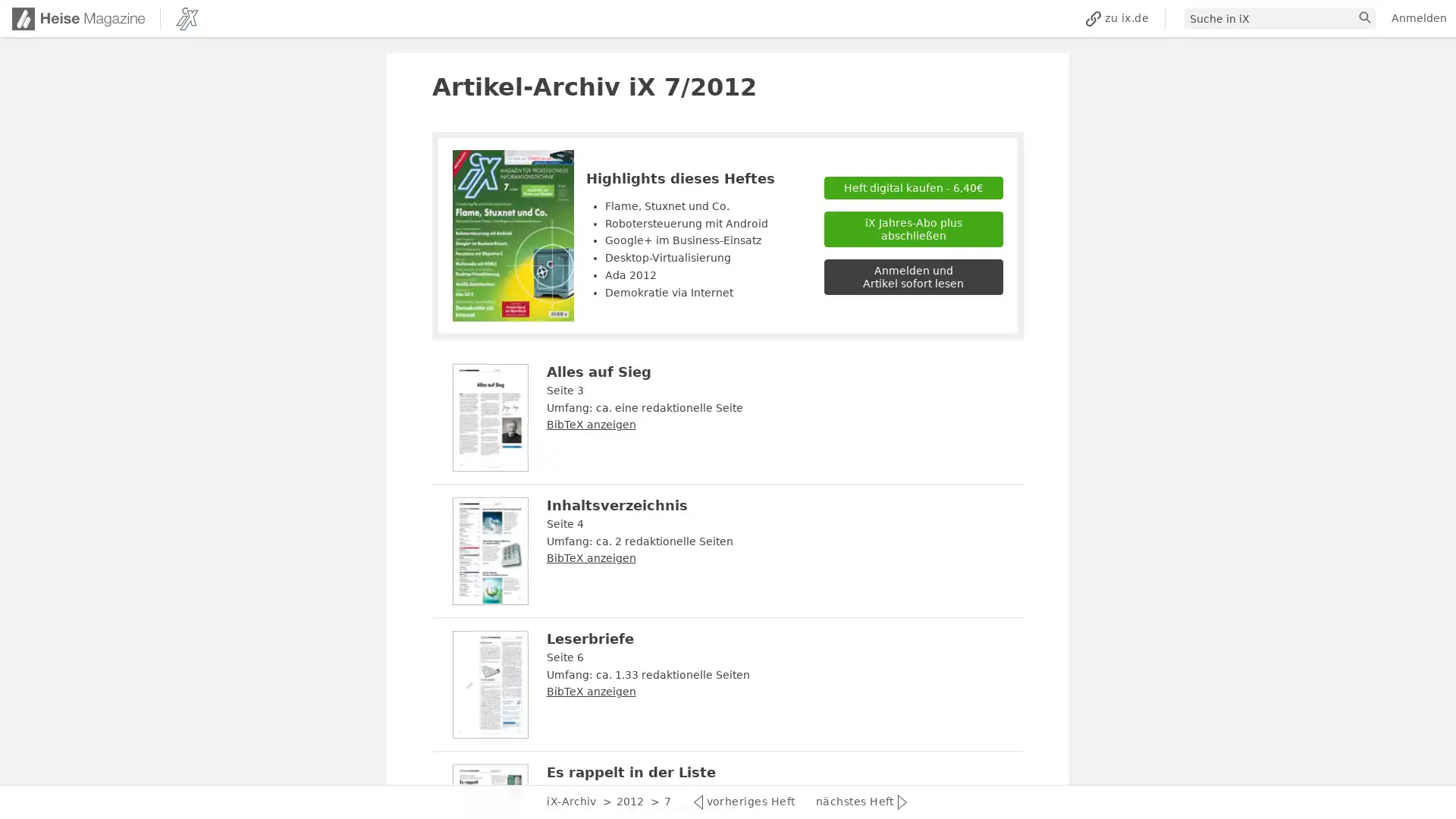 Image resolution: width=1456 pixels, height=819 pixels. Describe the element at coordinates (589, 691) in the screenshot. I see `BibTeX anzeigen` at that location.